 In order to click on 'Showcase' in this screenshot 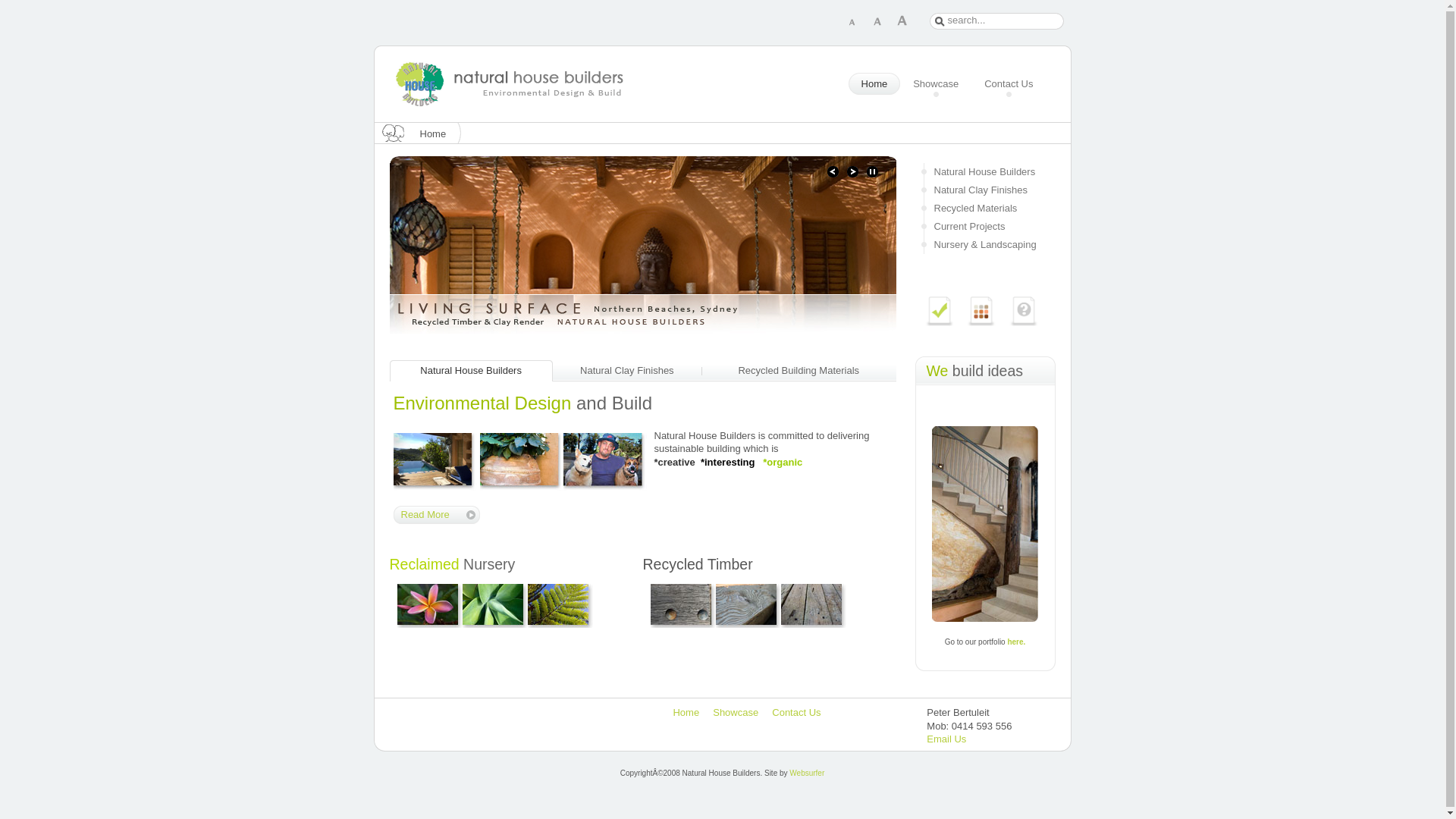, I will do `click(735, 712)`.